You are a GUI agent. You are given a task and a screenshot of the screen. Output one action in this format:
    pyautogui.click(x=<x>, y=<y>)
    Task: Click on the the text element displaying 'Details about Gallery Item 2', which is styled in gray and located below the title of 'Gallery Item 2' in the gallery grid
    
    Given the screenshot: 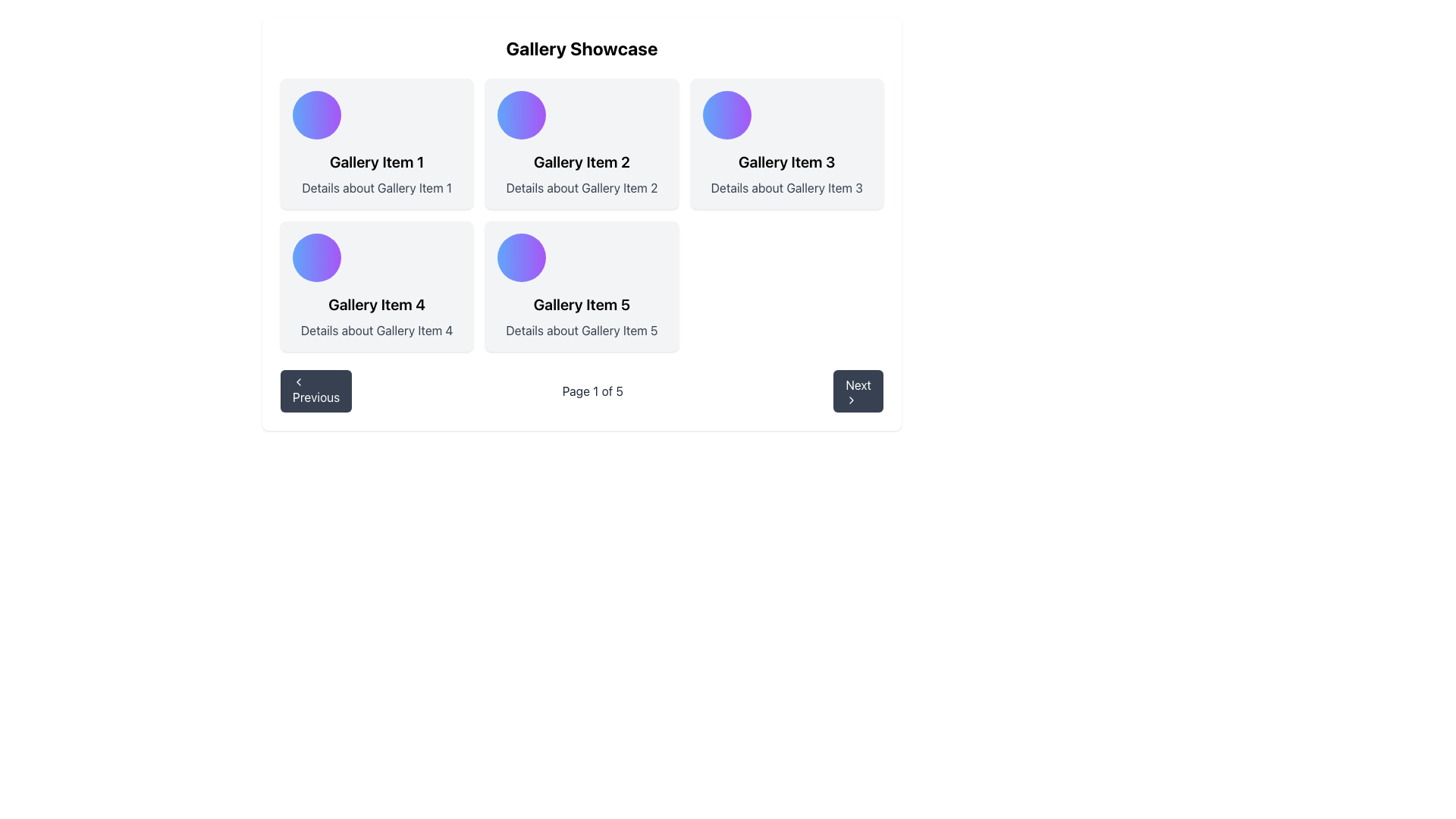 What is the action you would take?
    pyautogui.click(x=581, y=187)
    